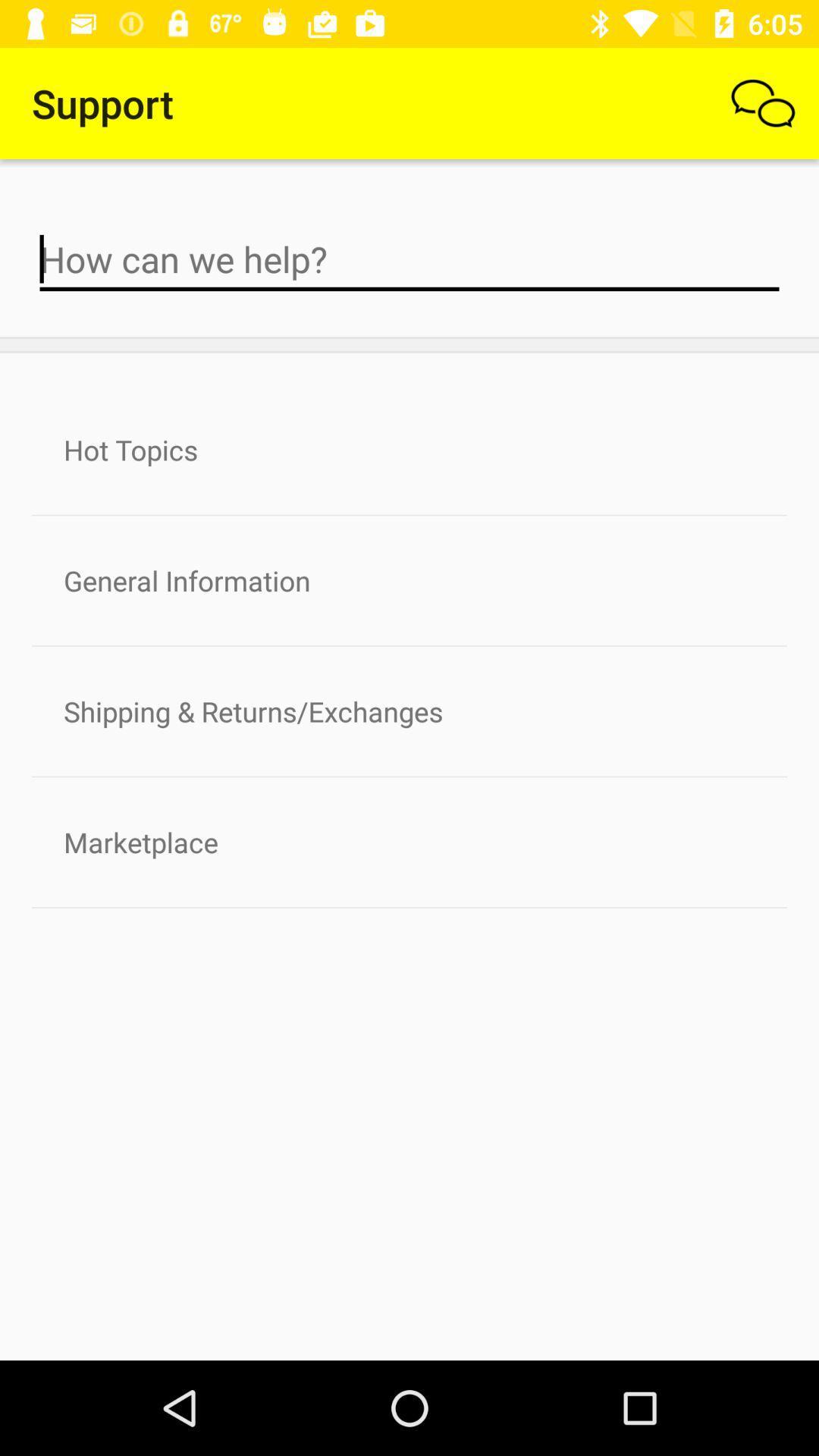 The width and height of the screenshot is (819, 1456). Describe the element at coordinates (763, 102) in the screenshot. I see `icon at the top right corner` at that location.